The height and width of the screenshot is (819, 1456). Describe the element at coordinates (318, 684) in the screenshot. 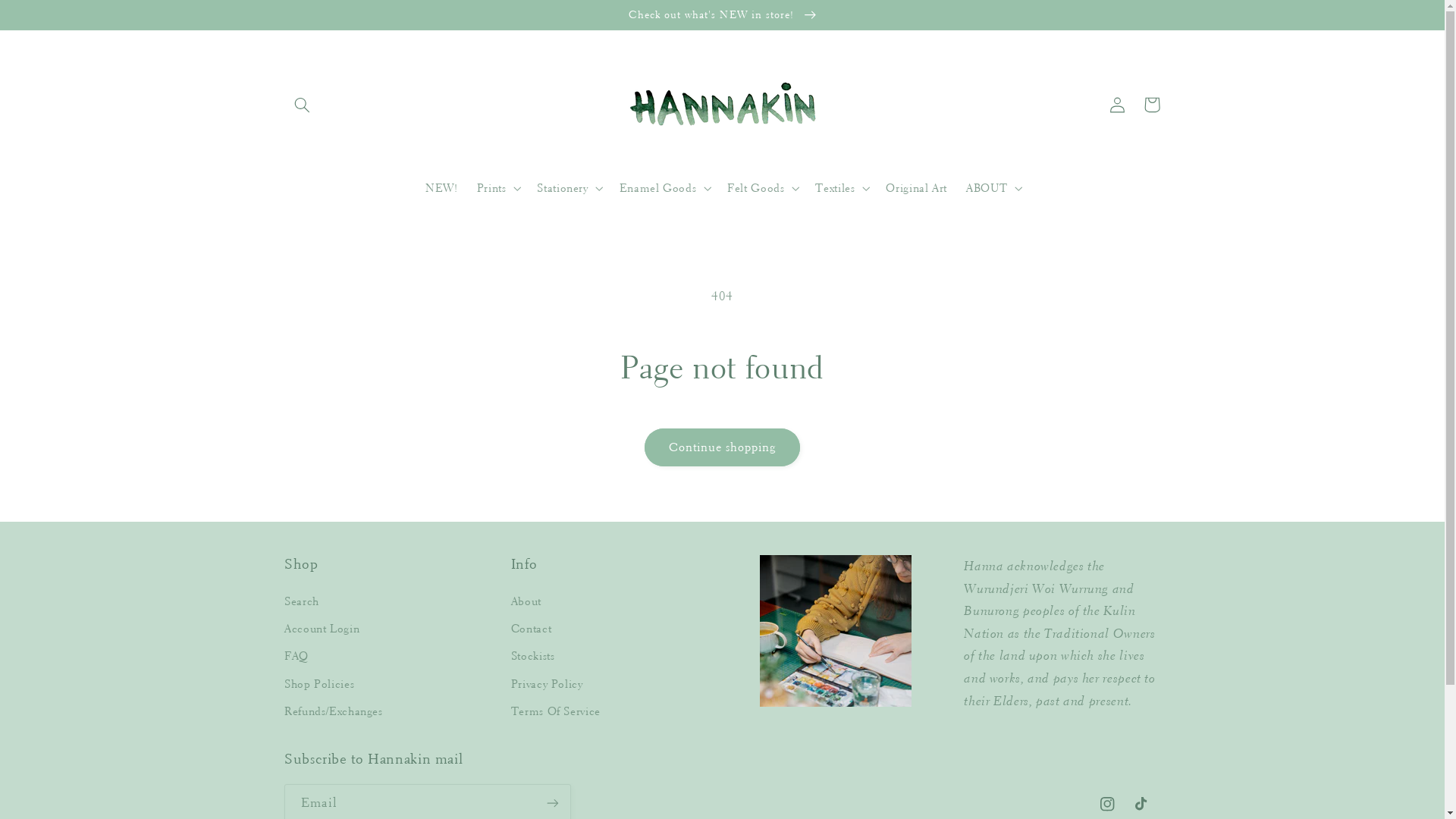

I see `'Shop Policies'` at that location.